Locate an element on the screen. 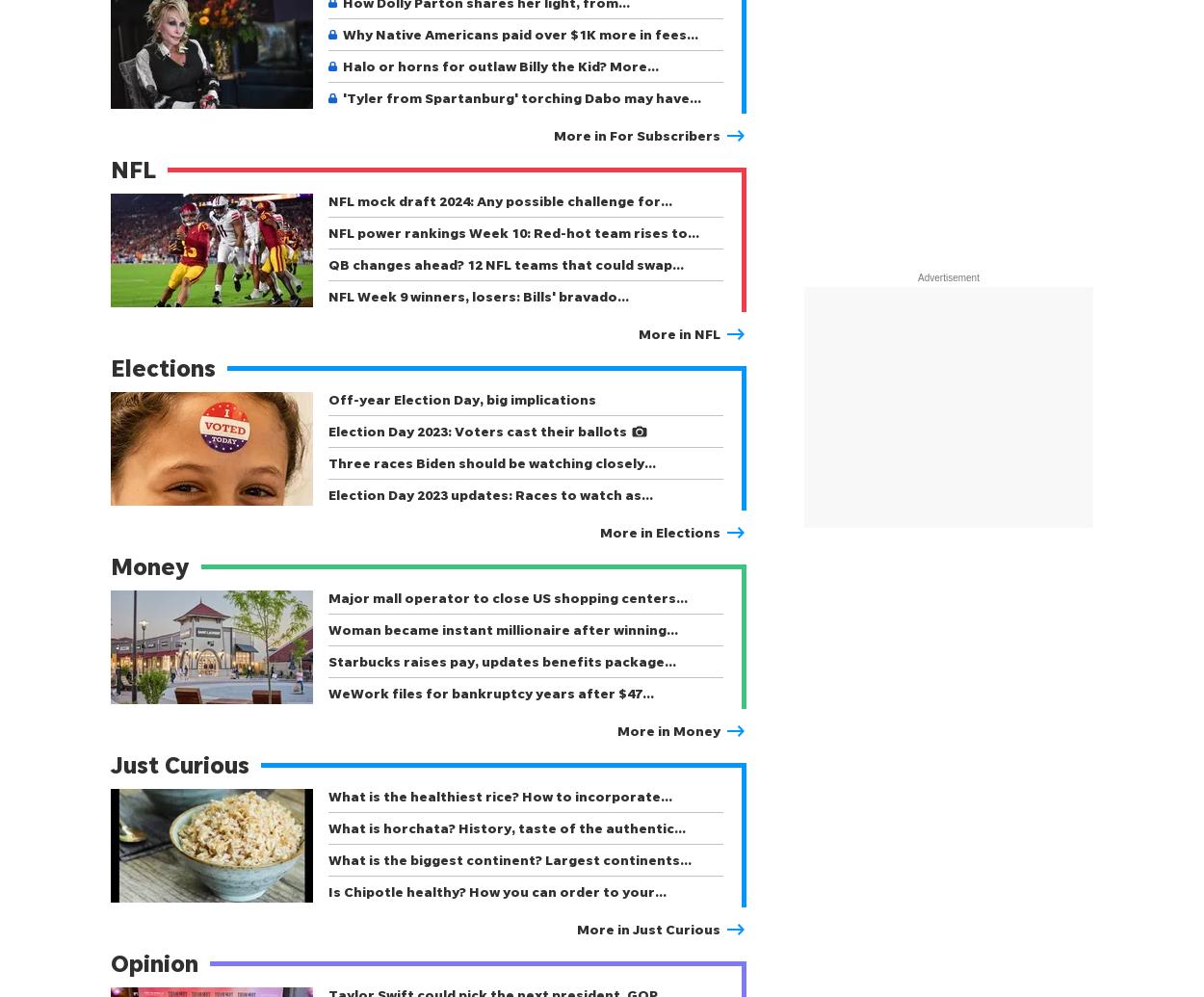 This screenshot has height=997, width=1204. 'What is the healthiest rice? How to incorporate…' is located at coordinates (327, 795).